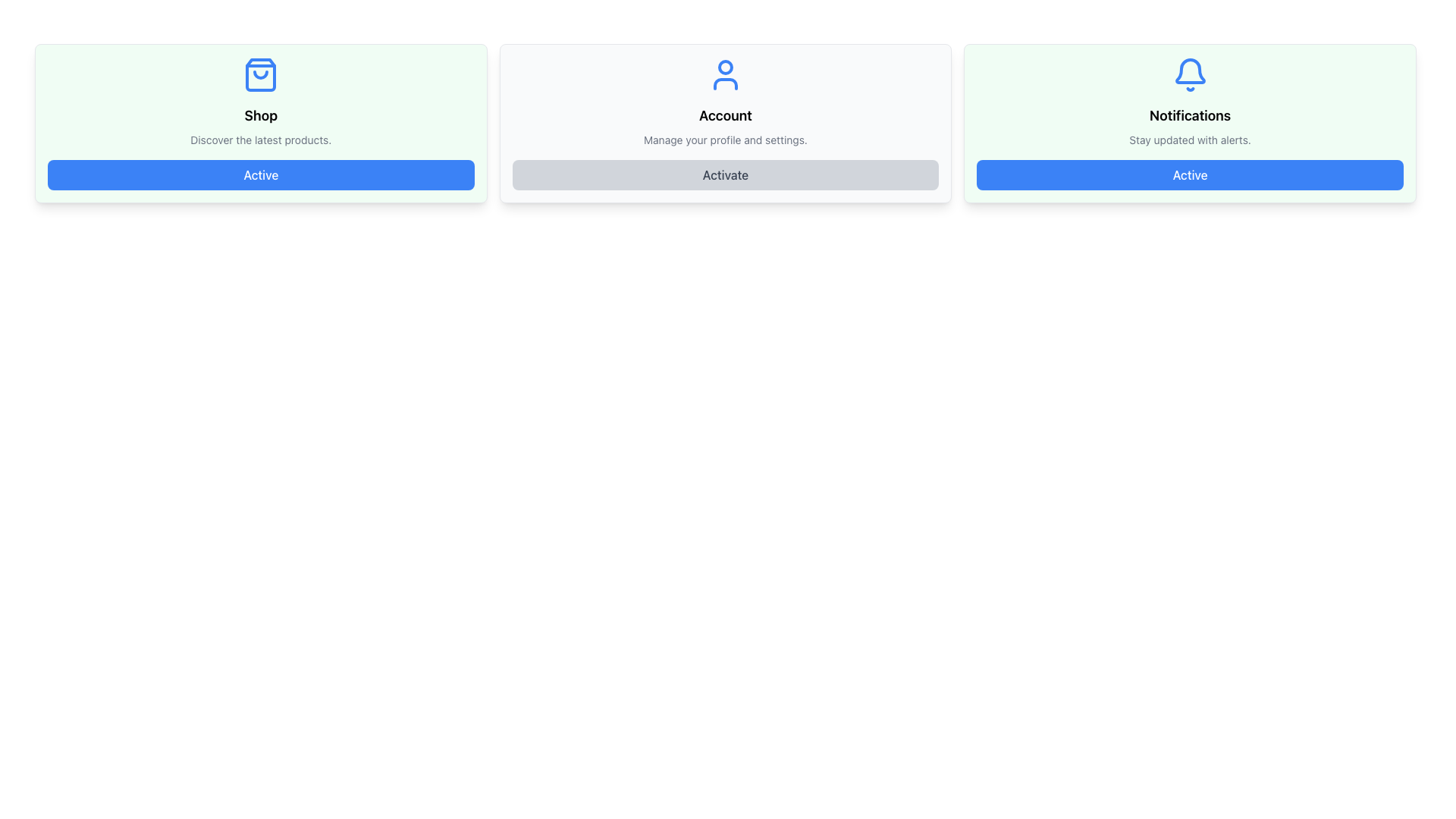 The width and height of the screenshot is (1456, 819). What do you see at coordinates (261, 75) in the screenshot?
I see `the 'Shop' icon located at the top of the leftmost card in a row of three cards, above the text 'Shop'` at bounding box center [261, 75].